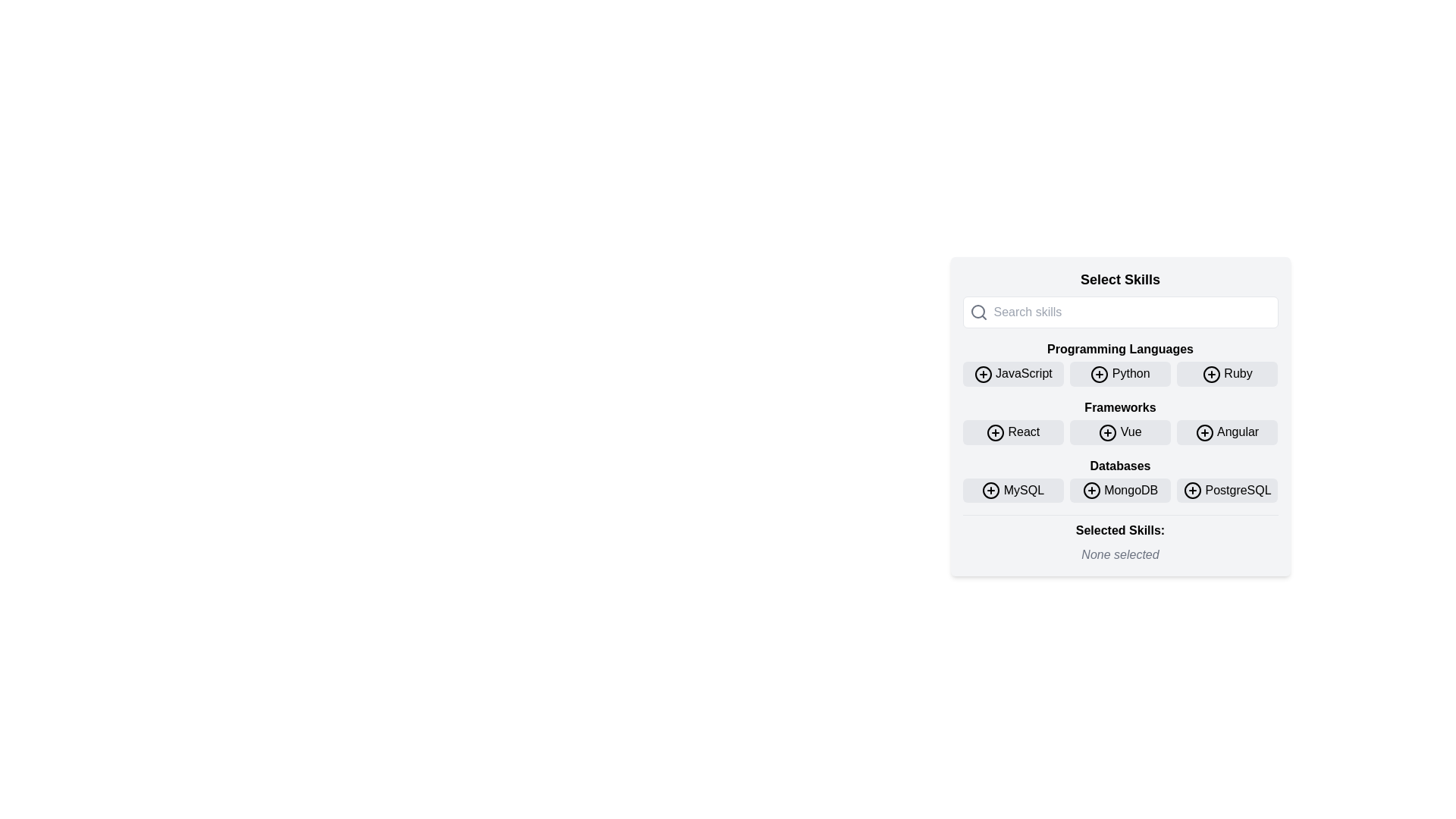 The width and height of the screenshot is (1456, 819). I want to click on the SVG circle component element, which is a small circle with a radius of 10 pixels located within the '+' symbol in the Databases section of the interface, so click(991, 491).